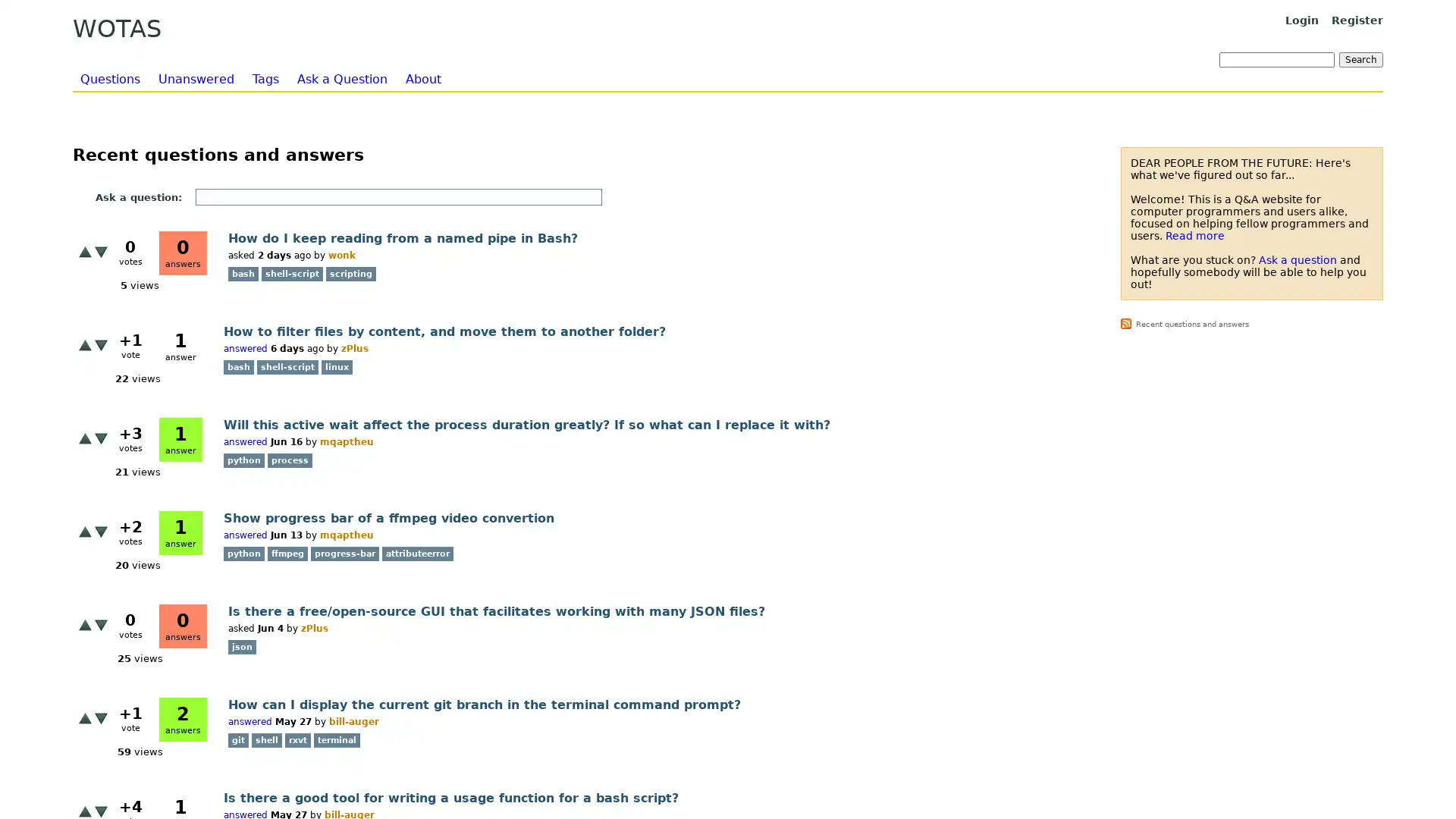 Image resolution: width=1456 pixels, height=819 pixels. What do you see at coordinates (84, 811) in the screenshot?
I see `+` at bounding box center [84, 811].